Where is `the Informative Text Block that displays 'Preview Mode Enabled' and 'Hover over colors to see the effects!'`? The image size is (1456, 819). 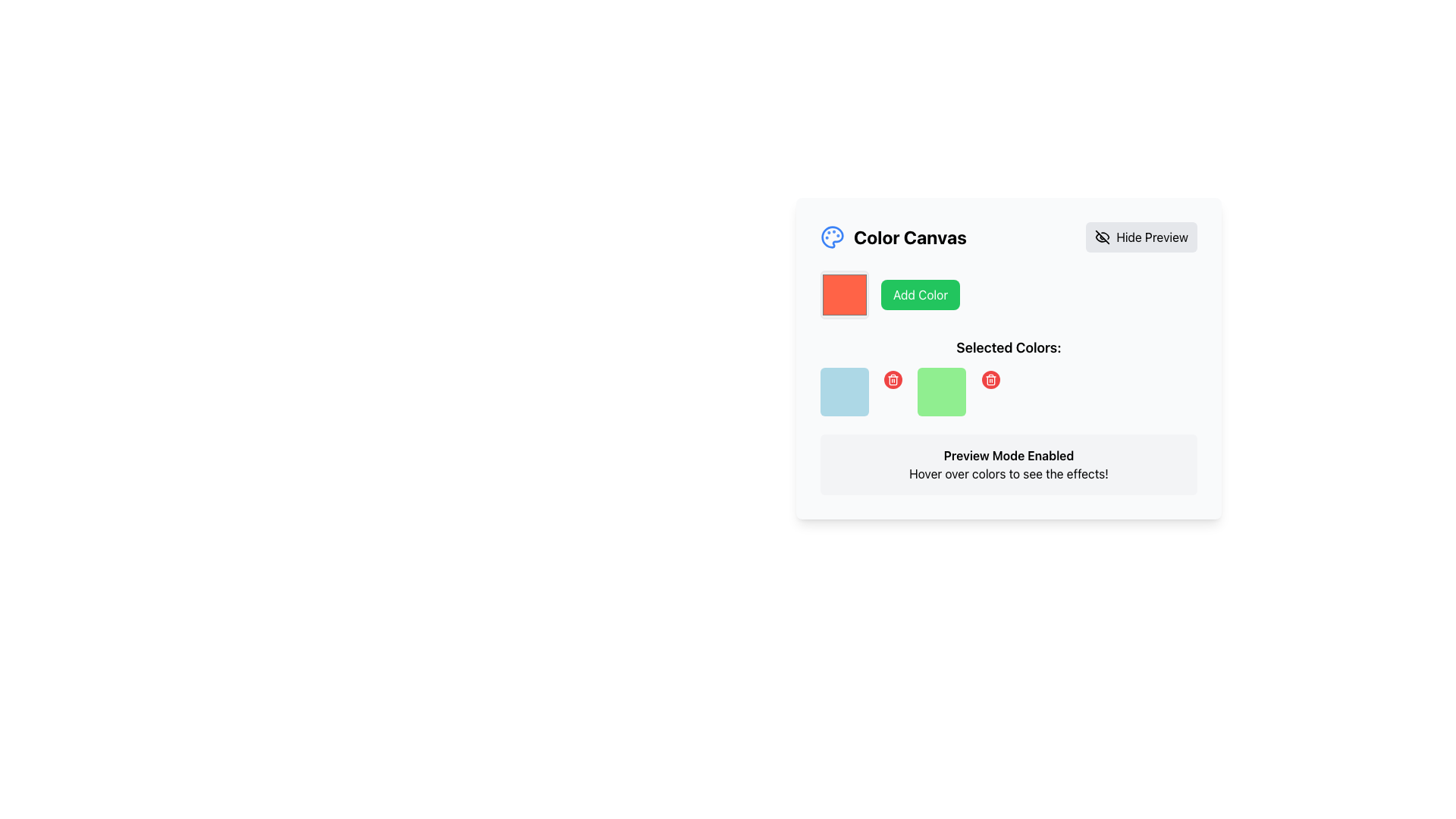
the Informative Text Block that displays 'Preview Mode Enabled' and 'Hover over colors to see the effects!' is located at coordinates (1009, 464).